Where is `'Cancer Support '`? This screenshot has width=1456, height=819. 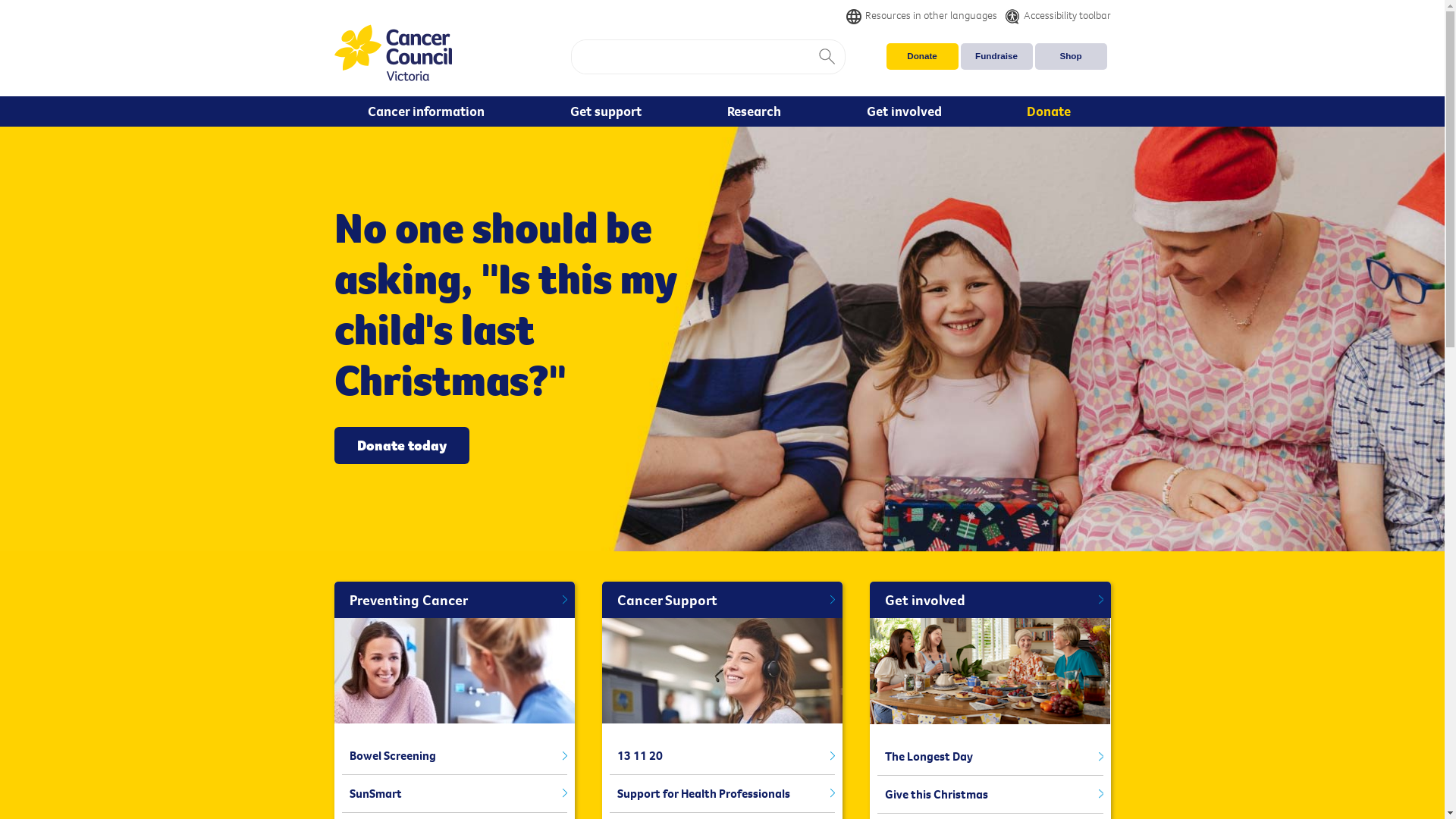 'Cancer Support ' is located at coordinates (721, 599).